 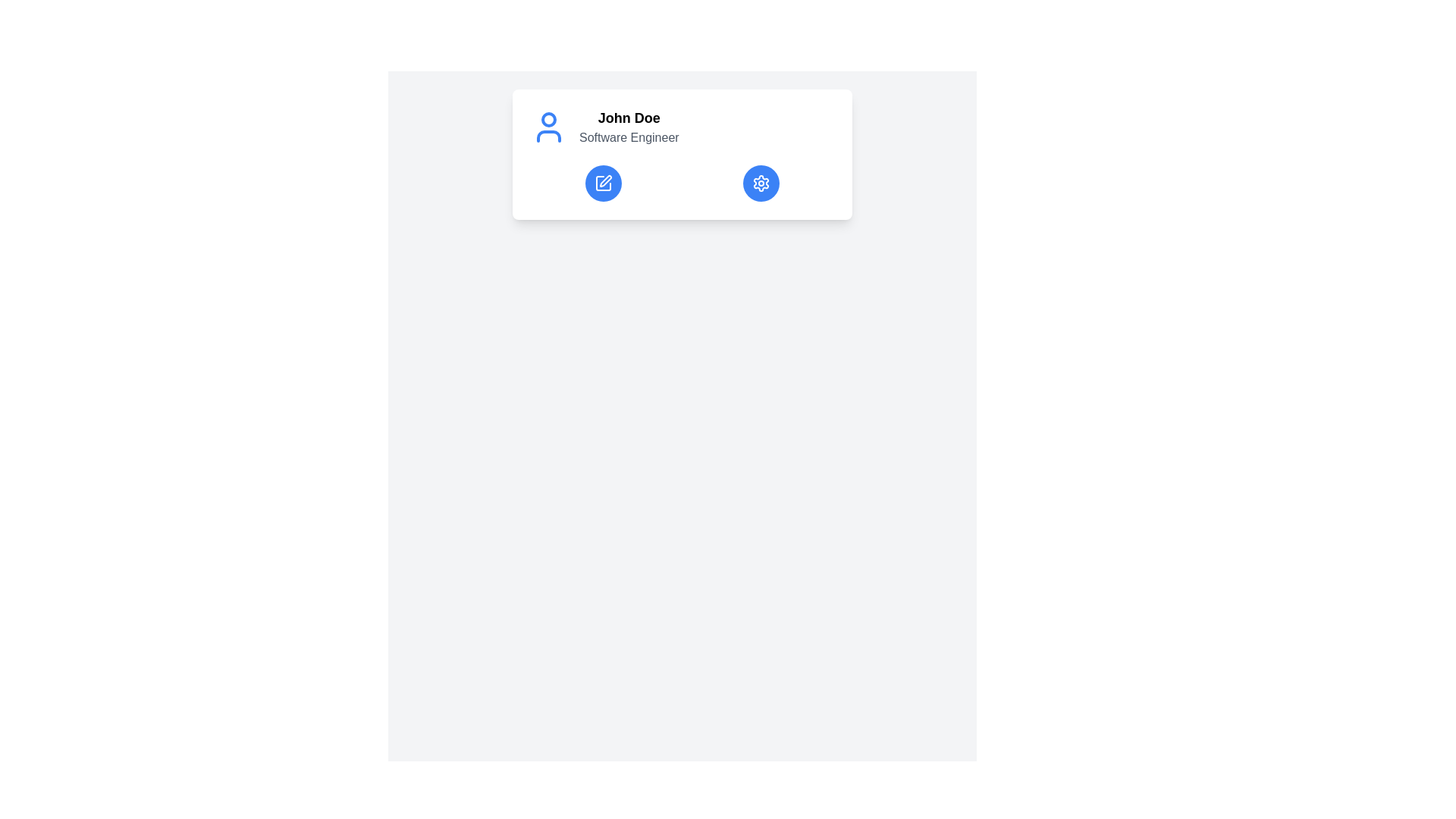 What do you see at coordinates (629, 137) in the screenshot?
I see `text displayed in the Text Label element that shows 'Software Engineer' beneath 'John Doe'` at bounding box center [629, 137].